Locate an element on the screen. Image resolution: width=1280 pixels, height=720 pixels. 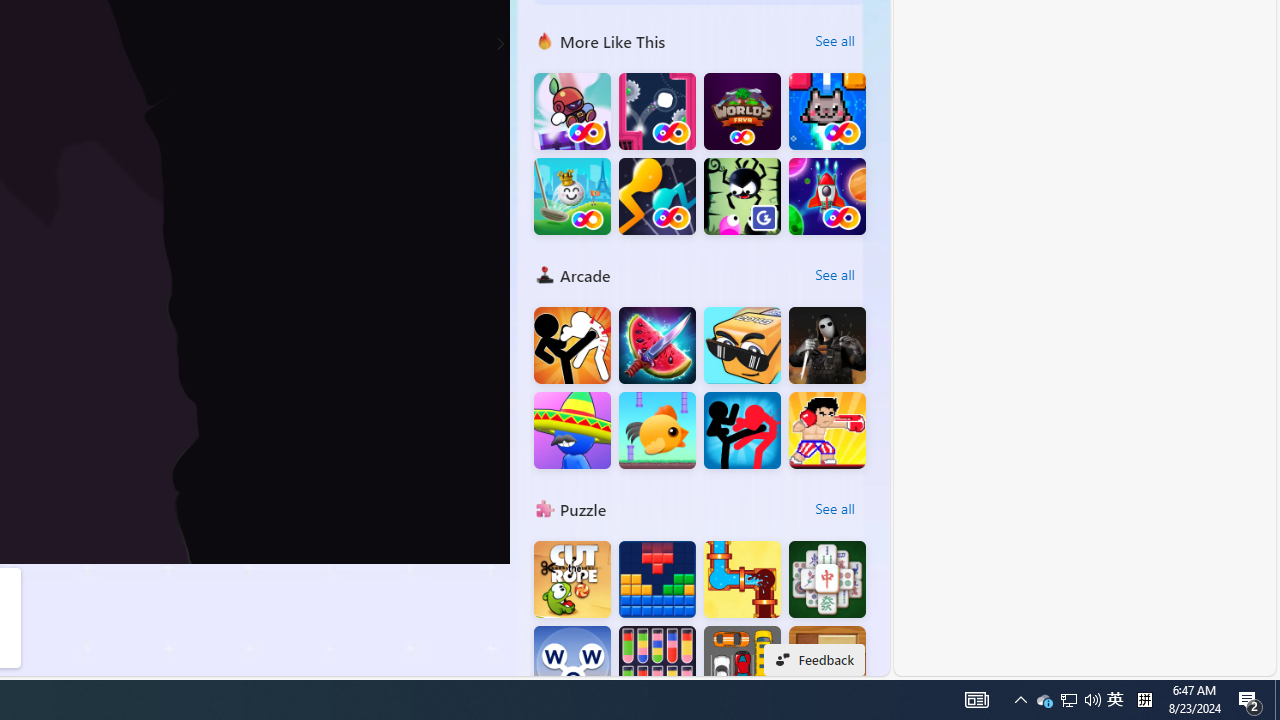
'BlockBuster: Adventures Puzzle' is located at coordinates (657, 579).